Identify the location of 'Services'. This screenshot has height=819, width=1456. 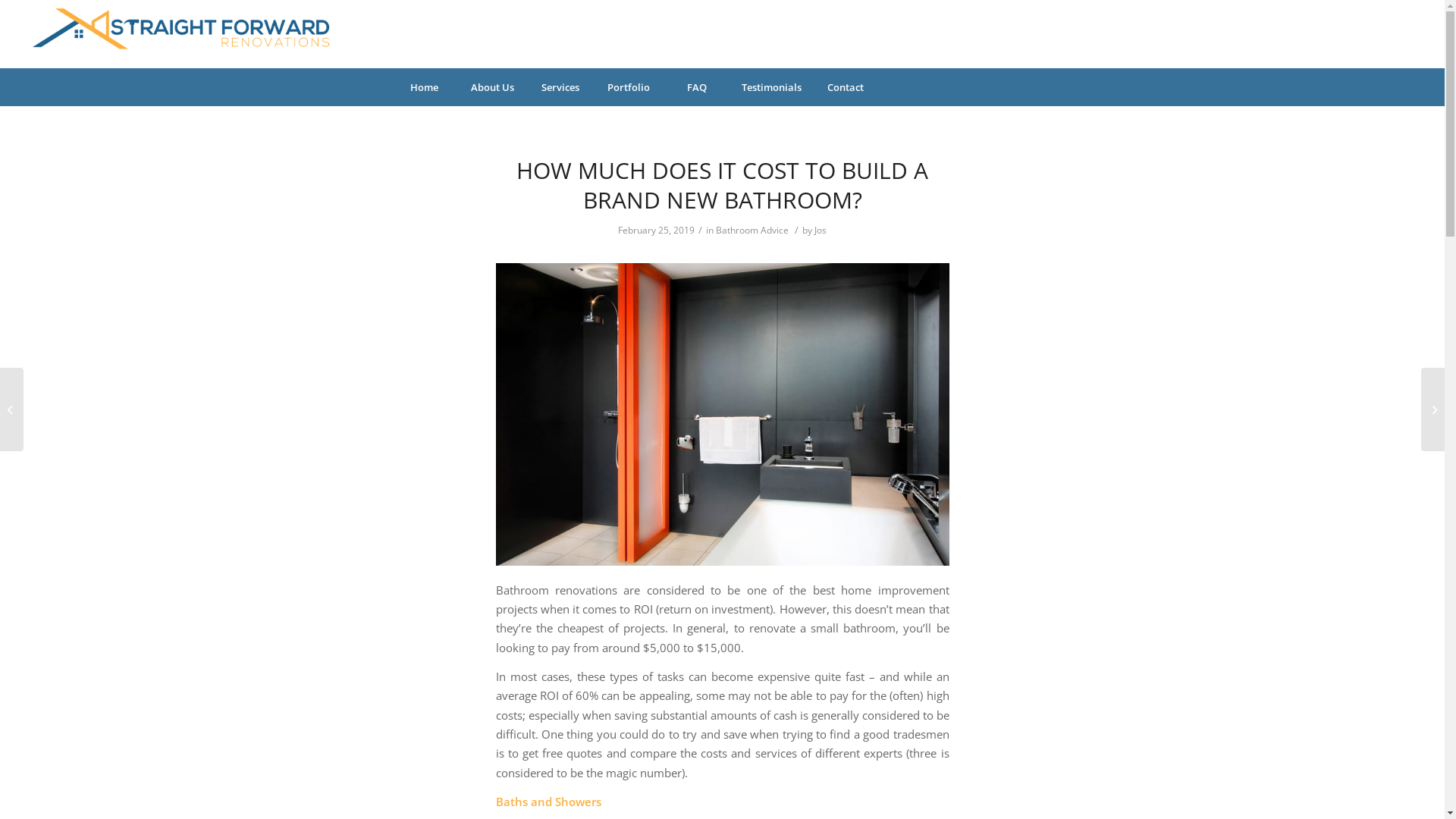
(560, 87).